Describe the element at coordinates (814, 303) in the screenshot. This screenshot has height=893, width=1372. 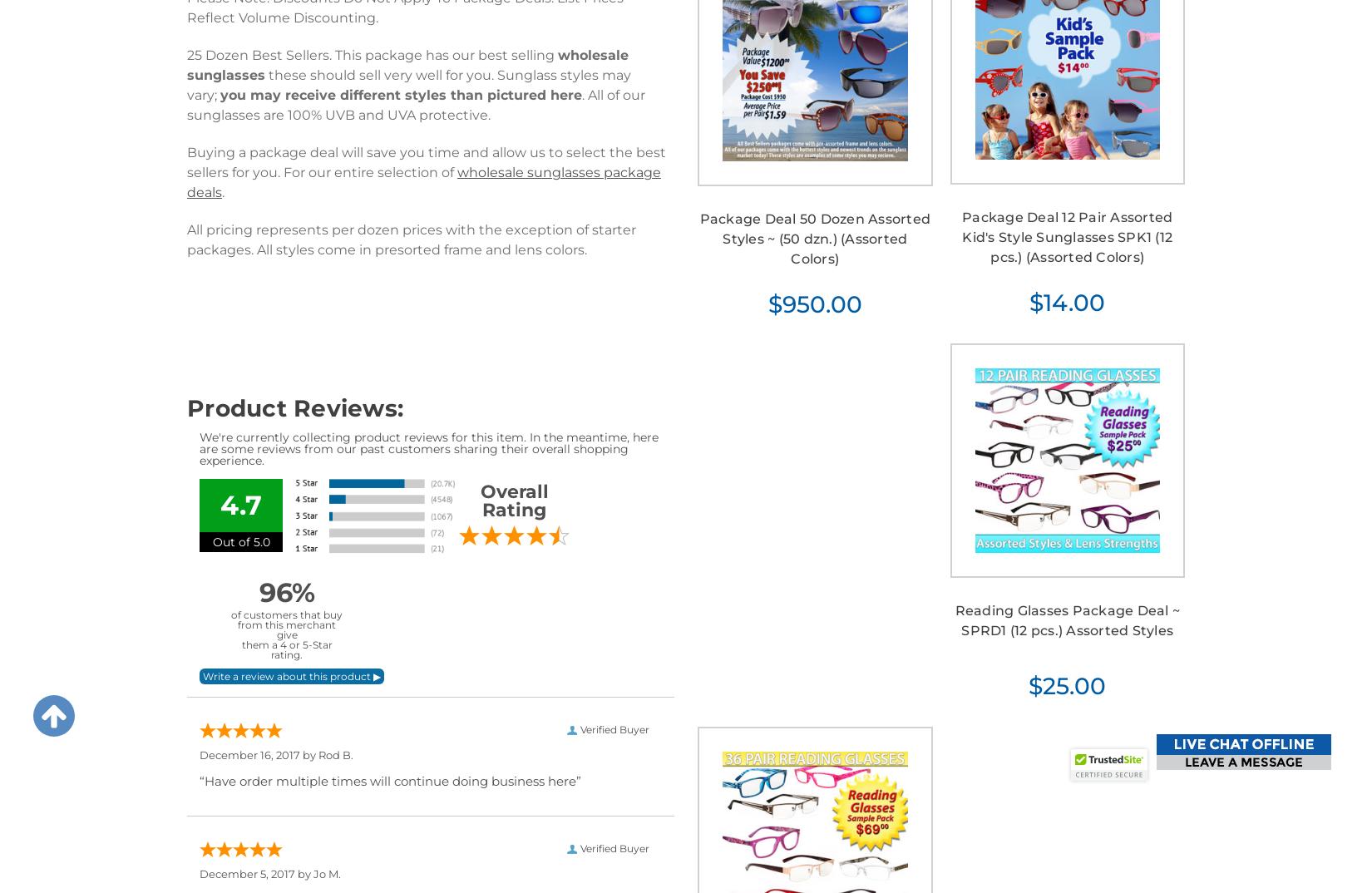
I see `'$950.00'` at that location.